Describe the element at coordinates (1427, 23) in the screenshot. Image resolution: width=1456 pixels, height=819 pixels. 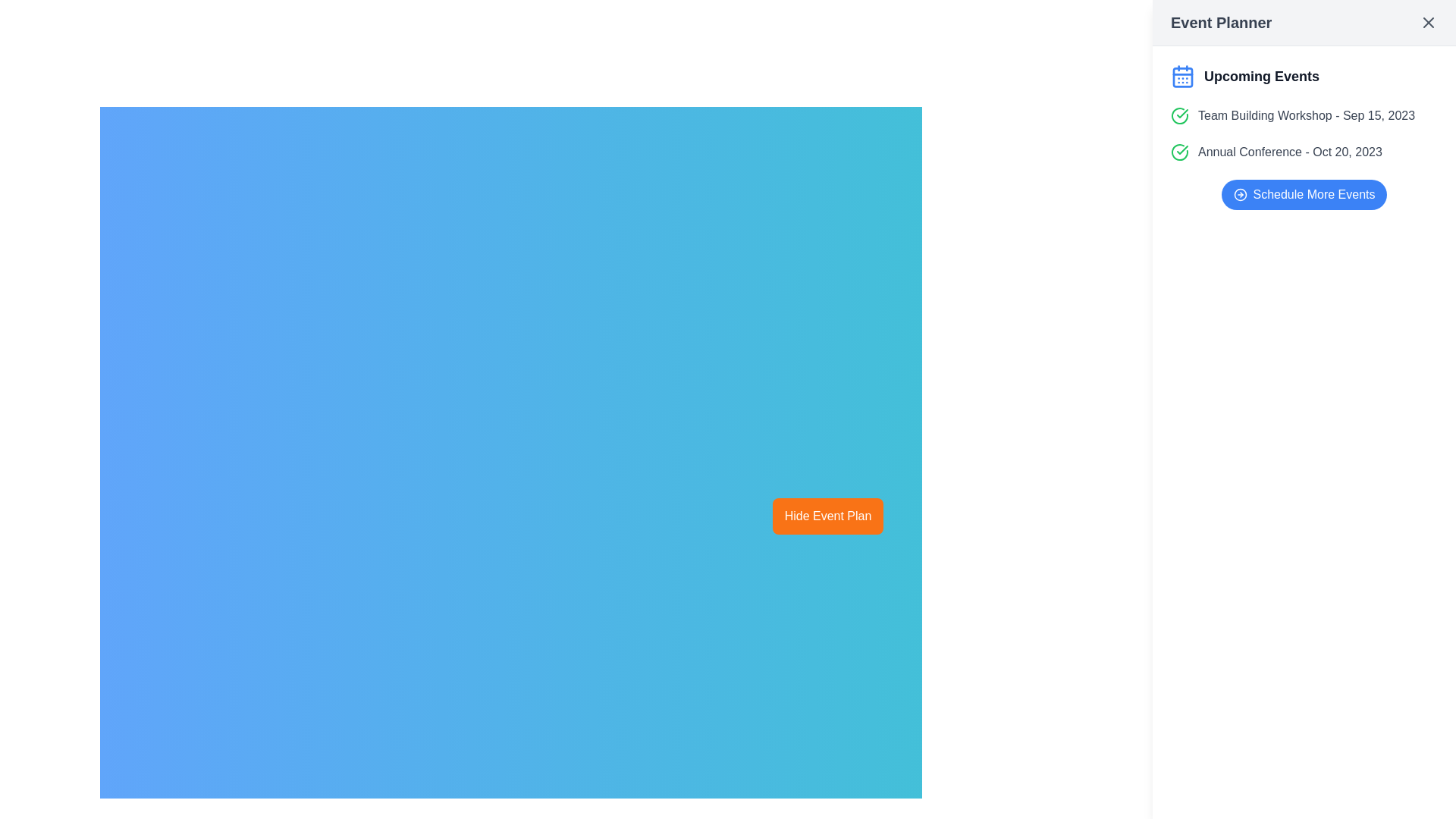
I see `the interactive button located in the top-right corner of the 'Event Planner' header bar` at that location.